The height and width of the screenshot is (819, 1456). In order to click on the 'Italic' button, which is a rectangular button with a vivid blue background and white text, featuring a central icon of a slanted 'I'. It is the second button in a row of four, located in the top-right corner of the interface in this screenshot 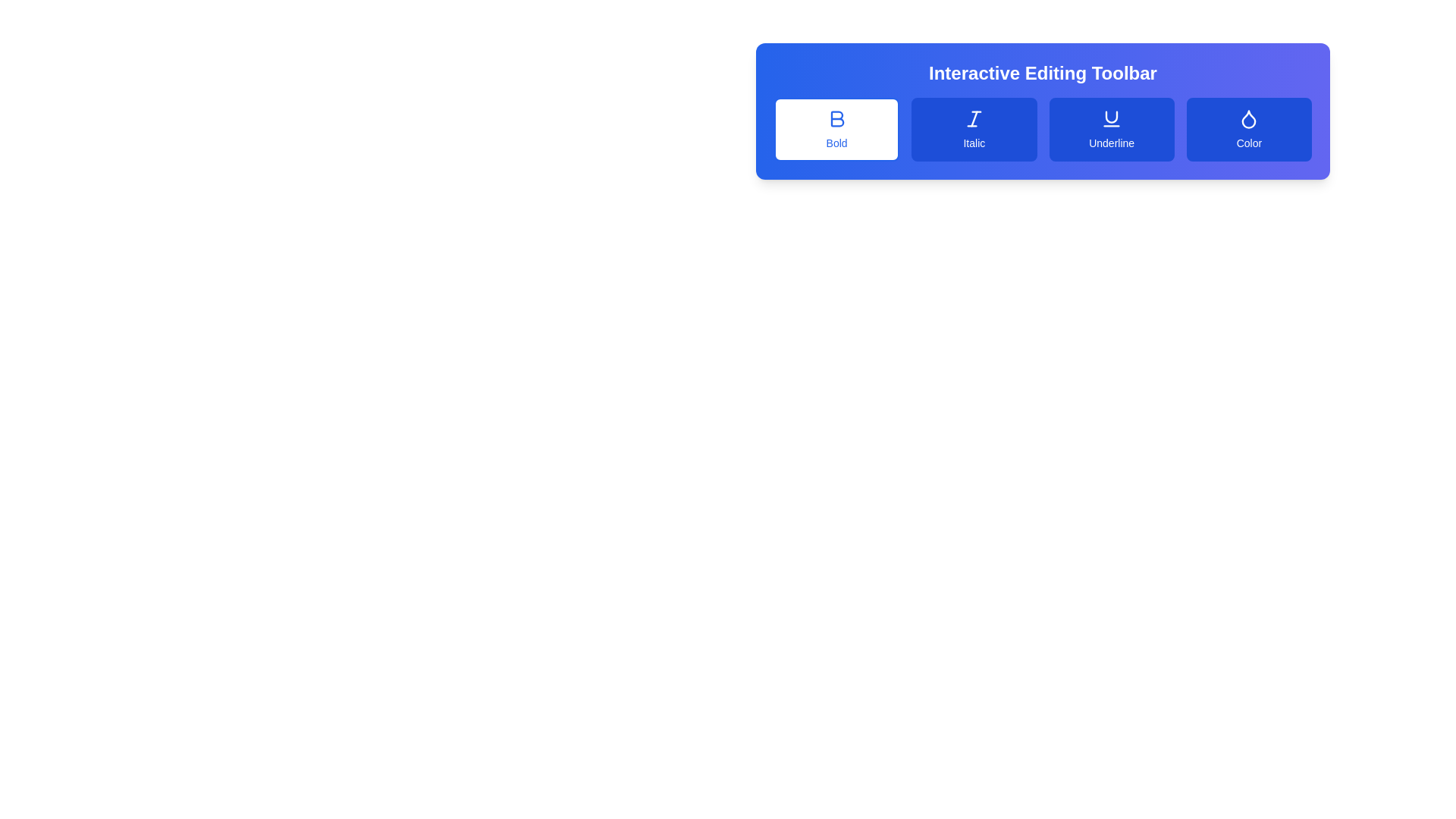, I will do `click(974, 128)`.